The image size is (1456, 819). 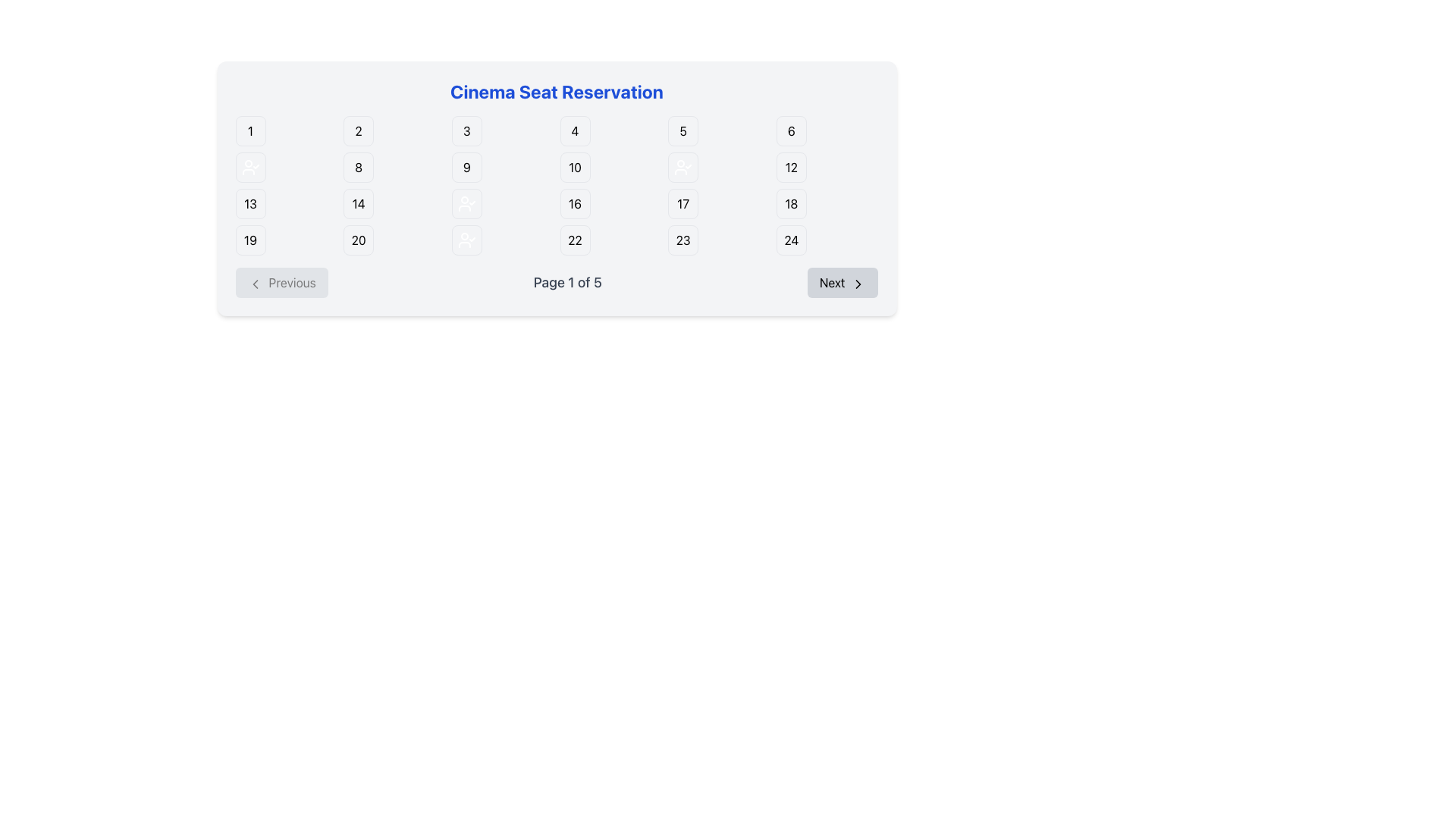 What do you see at coordinates (250, 203) in the screenshot?
I see `the selectable seat button displaying the seat number in the cinema seat reservation system, located in the third row and first column of the grid` at bounding box center [250, 203].